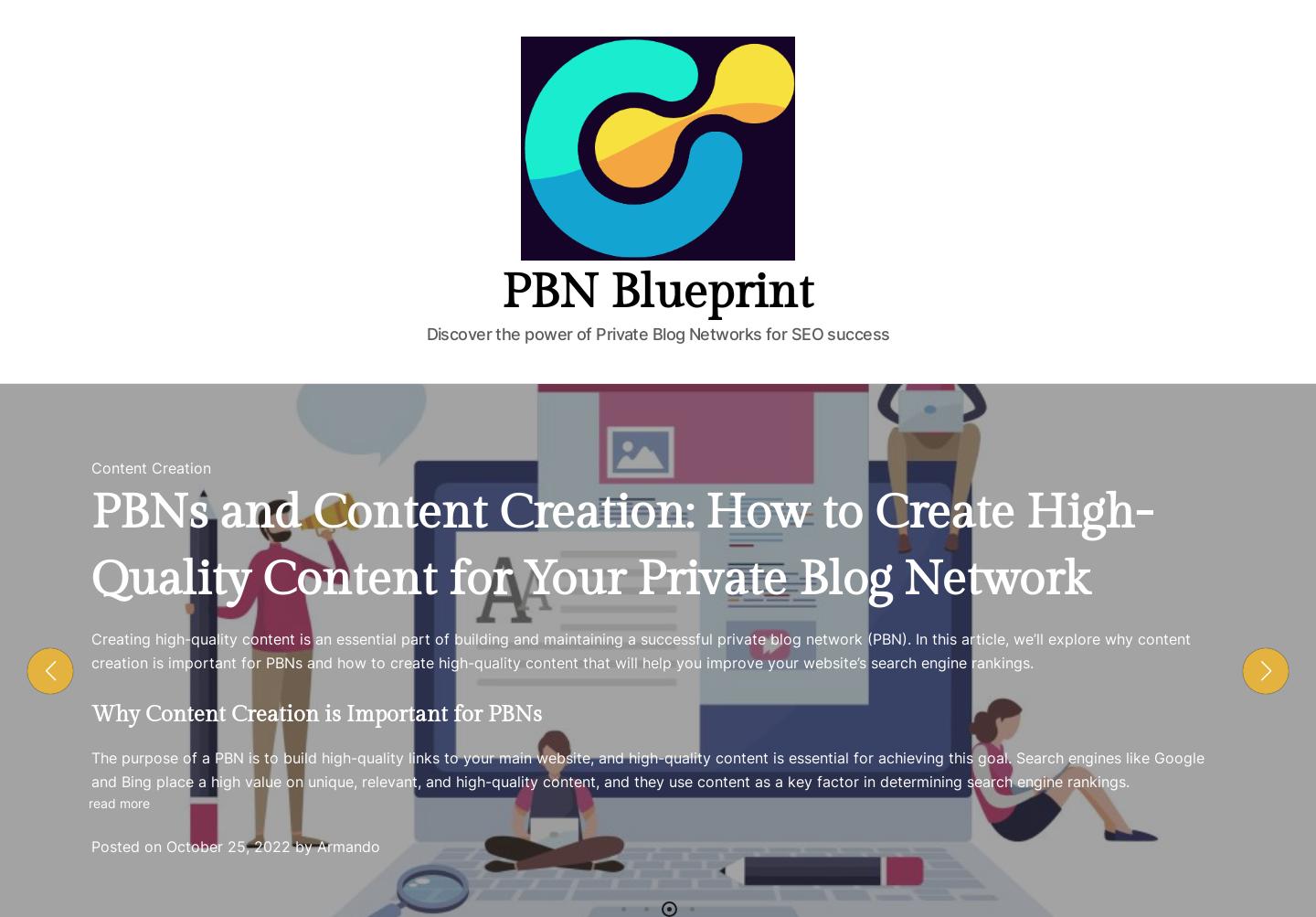 This screenshot has height=917, width=1316. What do you see at coordinates (235, 634) in the screenshot?
I see `'What are PBN Footprints?'` at bounding box center [235, 634].